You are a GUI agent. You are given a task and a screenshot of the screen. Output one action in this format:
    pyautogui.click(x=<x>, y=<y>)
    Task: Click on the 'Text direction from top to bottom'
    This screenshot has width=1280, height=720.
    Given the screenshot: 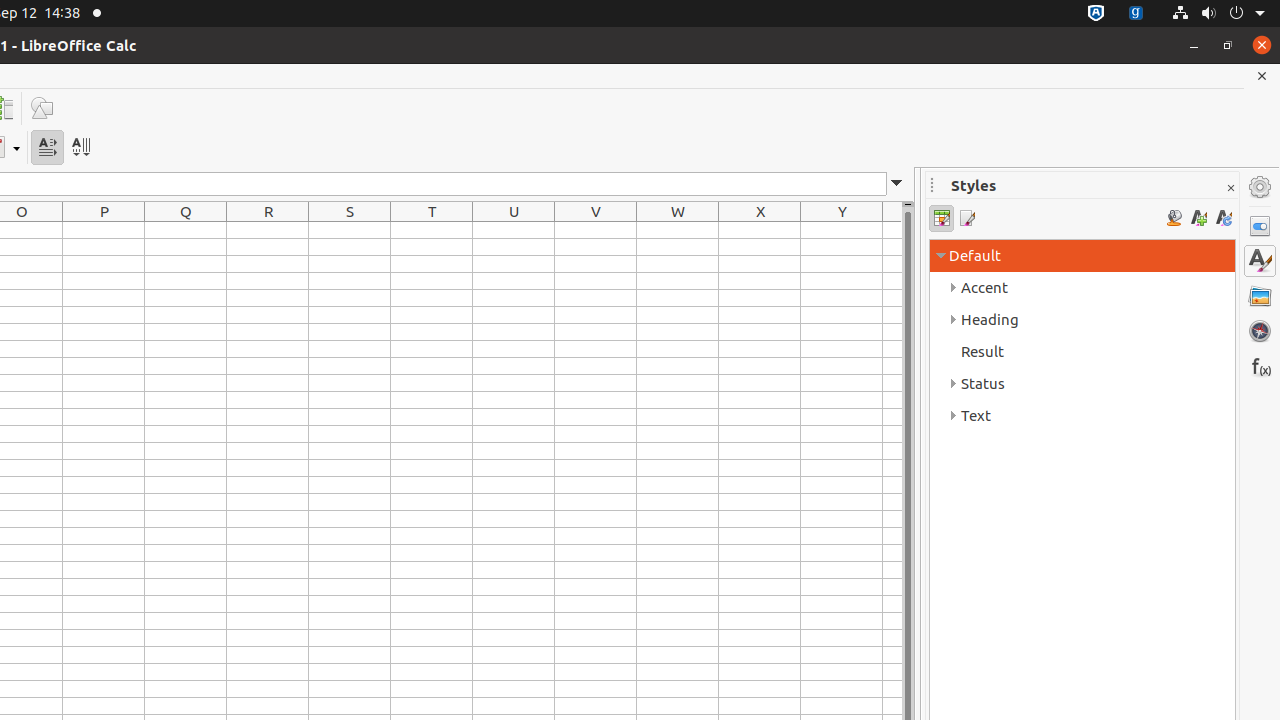 What is the action you would take?
    pyautogui.click(x=80, y=146)
    